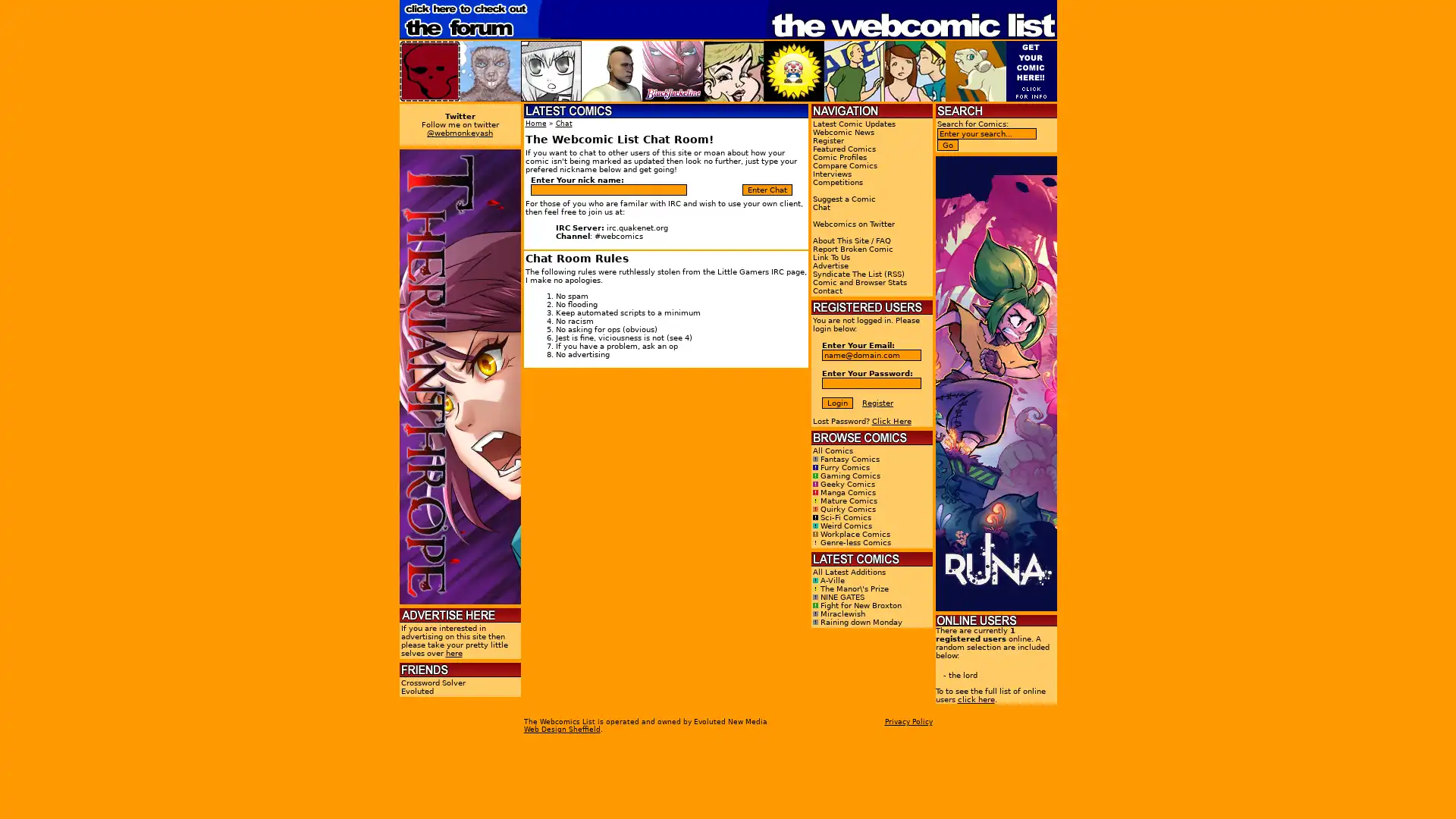  I want to click on Login, so click(836, 402).